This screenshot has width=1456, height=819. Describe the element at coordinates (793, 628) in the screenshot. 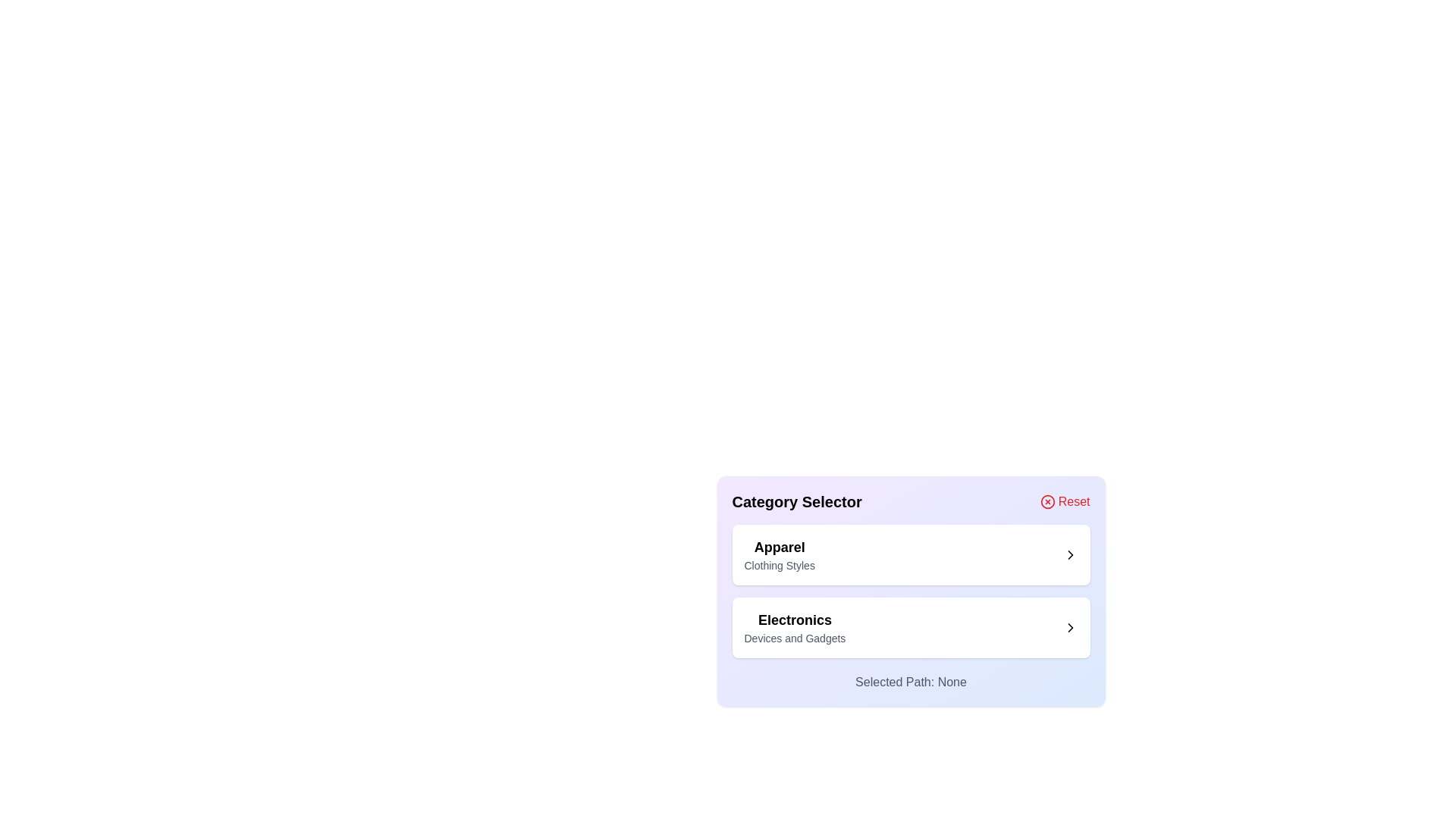

I see `the 'Electronics' label in the category selector interface` at that location.